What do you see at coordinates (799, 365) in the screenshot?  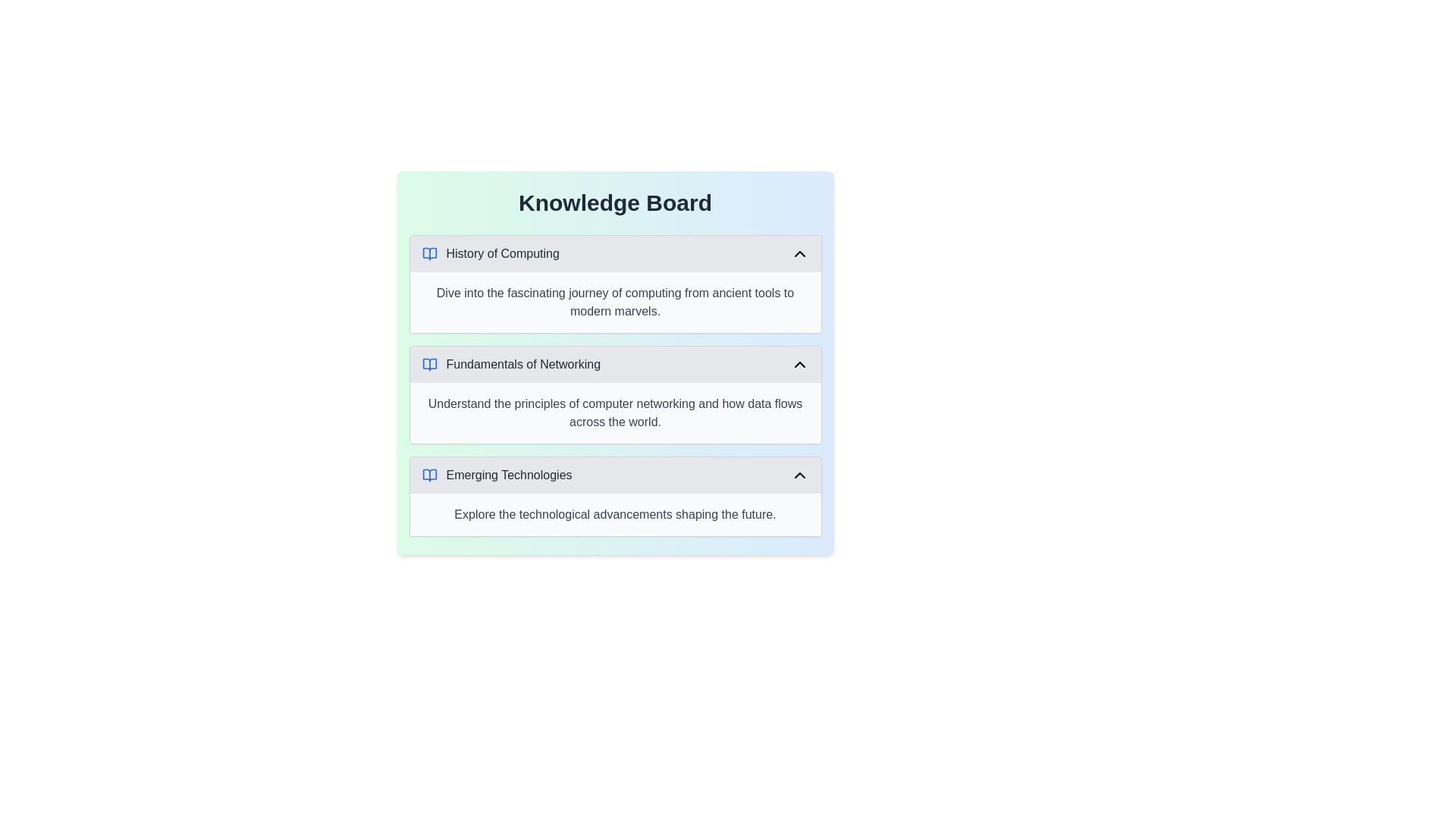 I see `the chevron icon located in the upper-right corner of the 'Fundamentals of Networking' section` at bounding box center [799, 365].